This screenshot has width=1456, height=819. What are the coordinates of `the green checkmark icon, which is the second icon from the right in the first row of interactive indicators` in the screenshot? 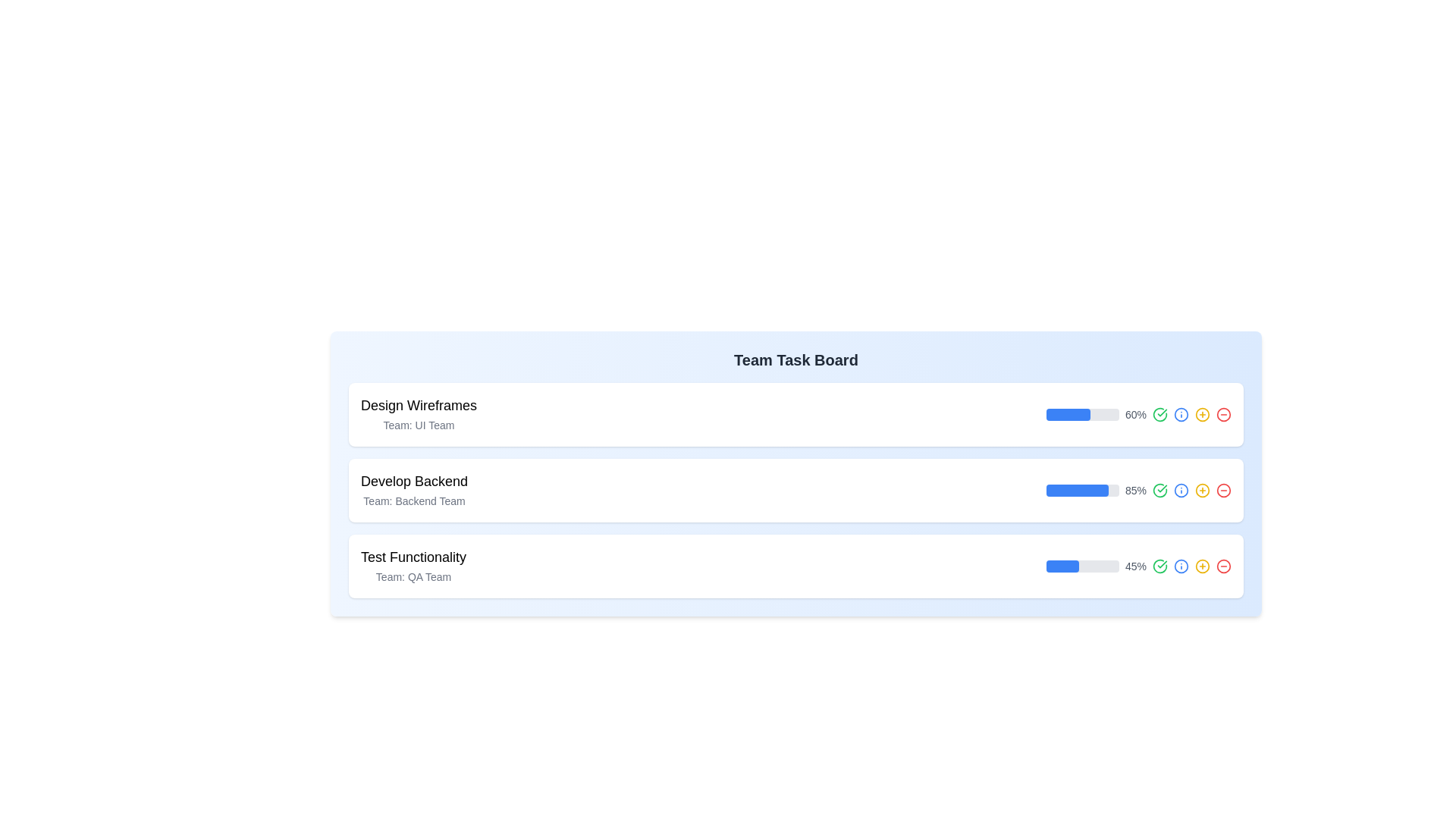 It's located at (1159, 415).